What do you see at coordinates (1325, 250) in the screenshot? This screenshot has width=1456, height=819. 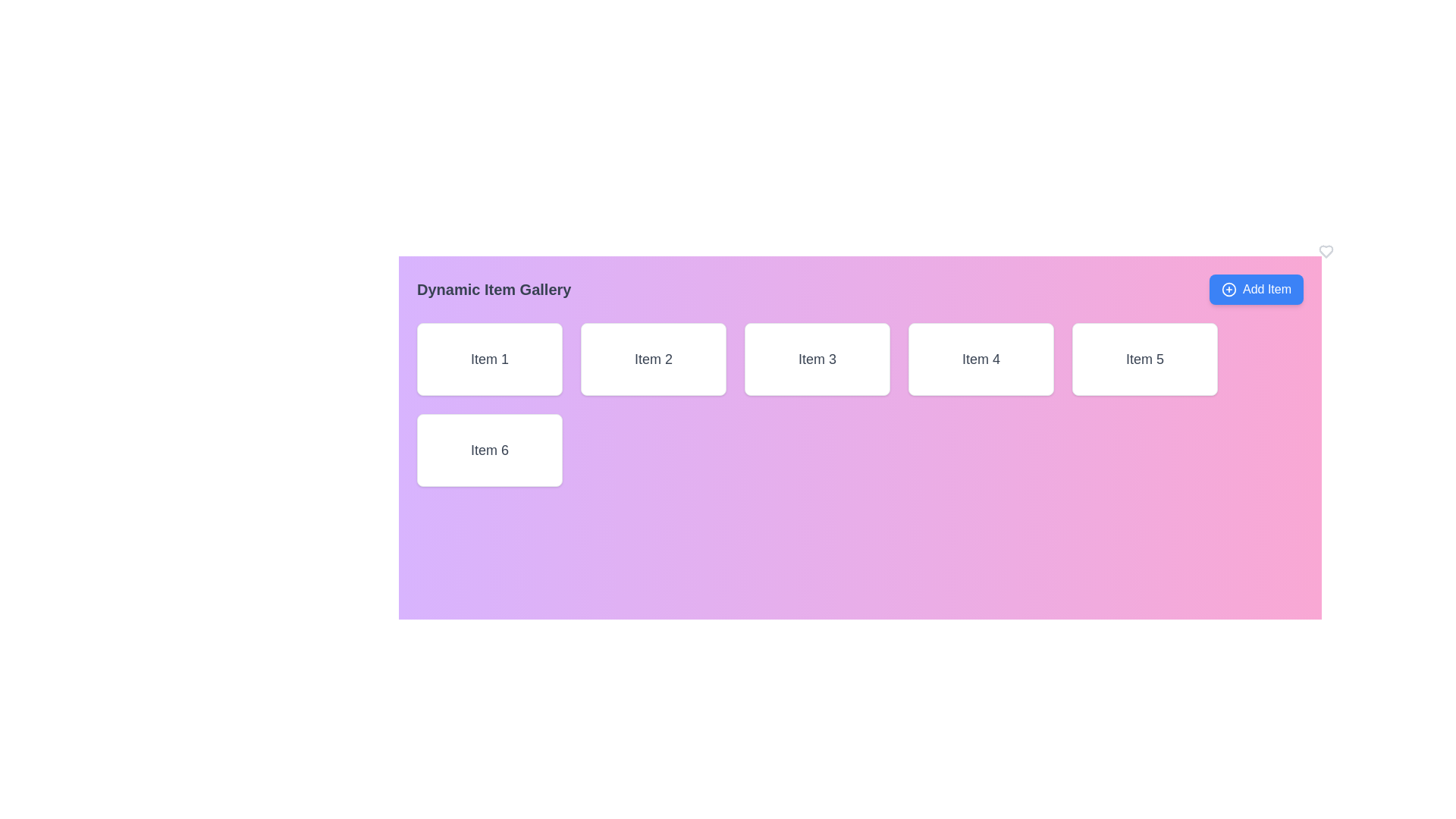 I see `the interactive toggle button for favoriting or liking content` at bounding box center [1325, 250].